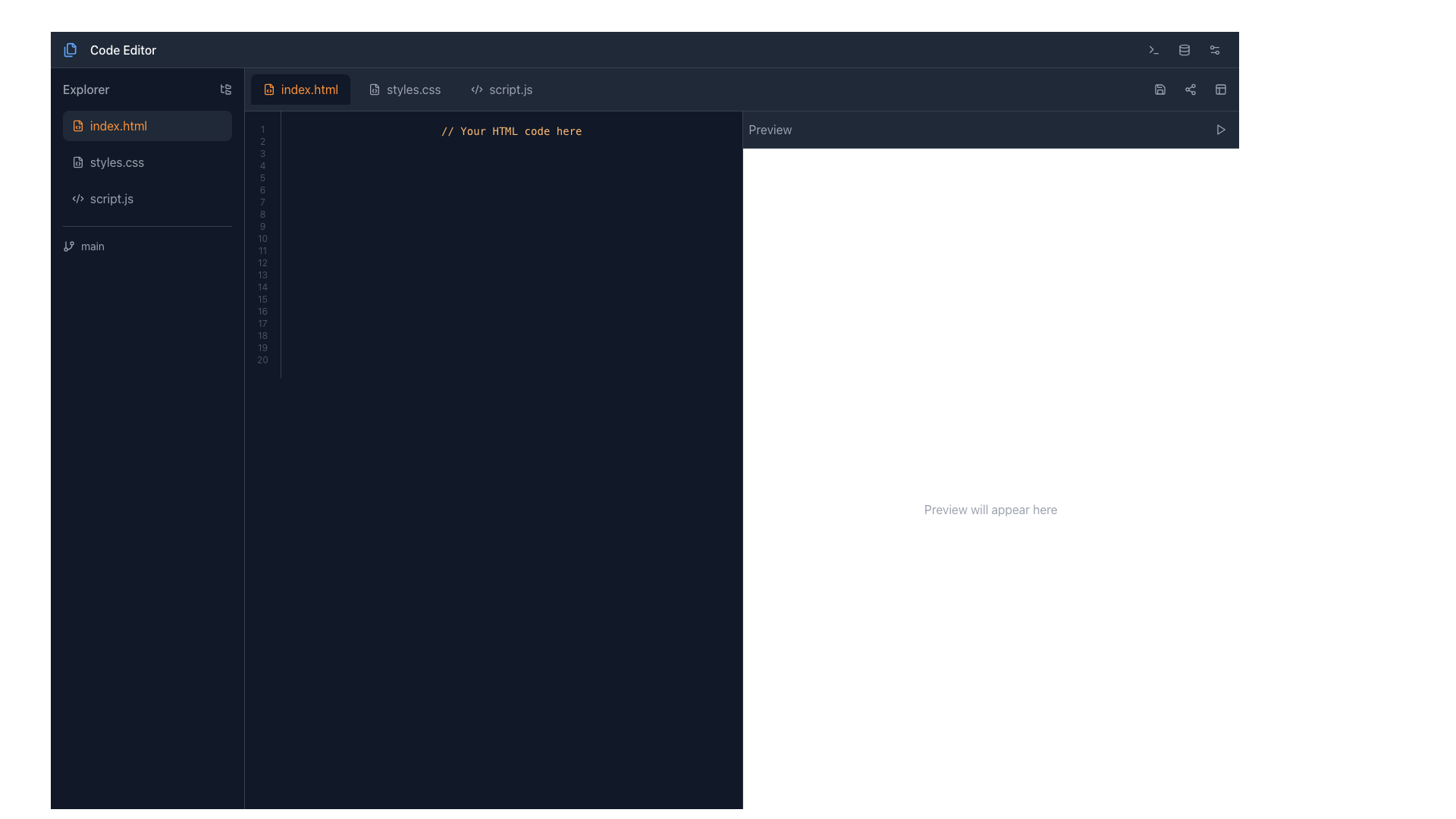  What do you see at coordinates (502, 89) in the screenshot?
I see `the 'script.js' tab, which is the third tab in the navigation bar` at bounding box center [502, 89].